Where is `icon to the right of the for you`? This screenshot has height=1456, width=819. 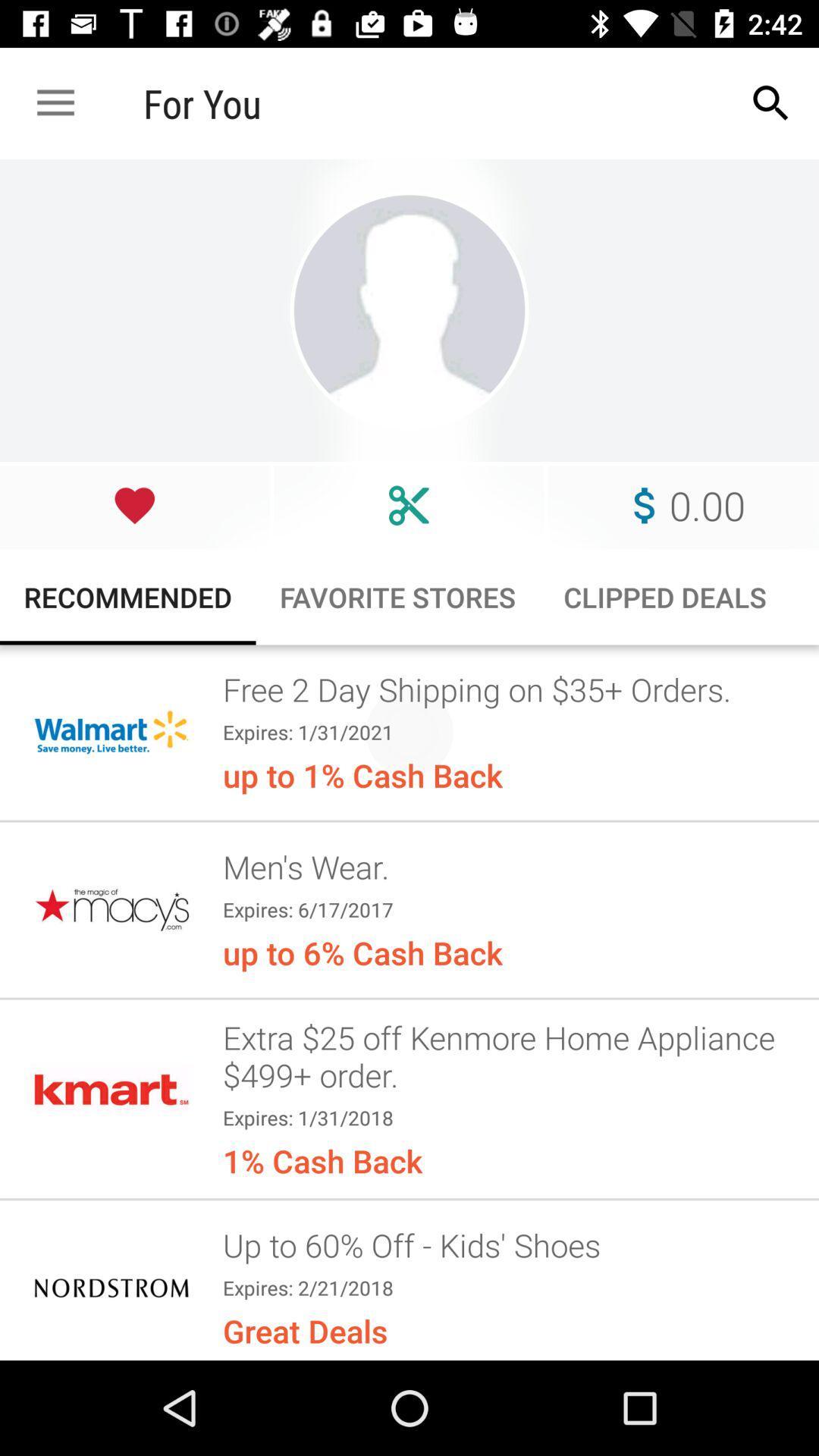 icon to the right of the for you is located at coordinates (771, 102).